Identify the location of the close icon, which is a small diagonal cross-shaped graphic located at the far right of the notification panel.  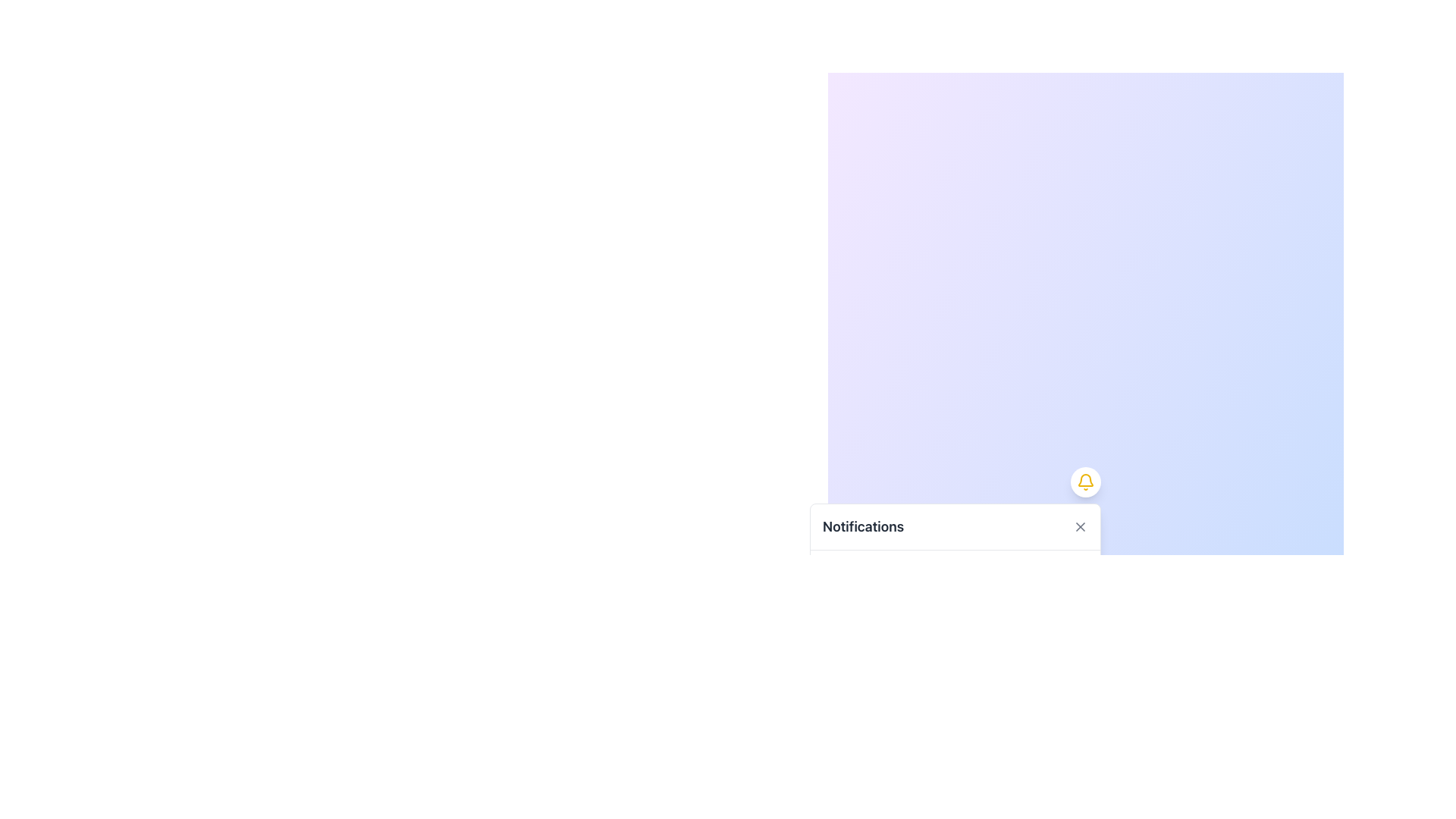
(1080, 526).